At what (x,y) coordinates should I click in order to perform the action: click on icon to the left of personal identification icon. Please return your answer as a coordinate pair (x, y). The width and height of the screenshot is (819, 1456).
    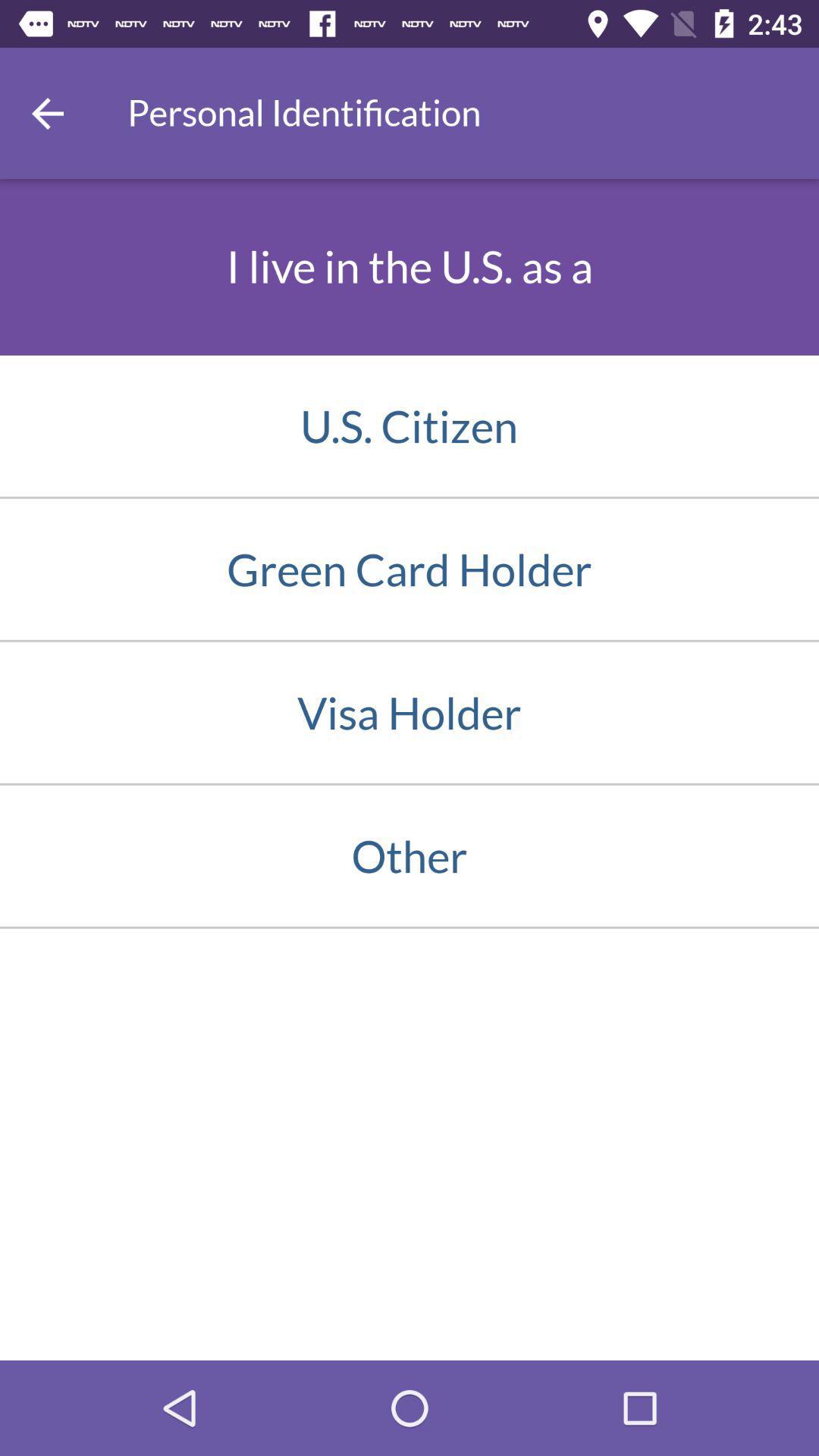
    Looking at the image, I should click on (46, 112).